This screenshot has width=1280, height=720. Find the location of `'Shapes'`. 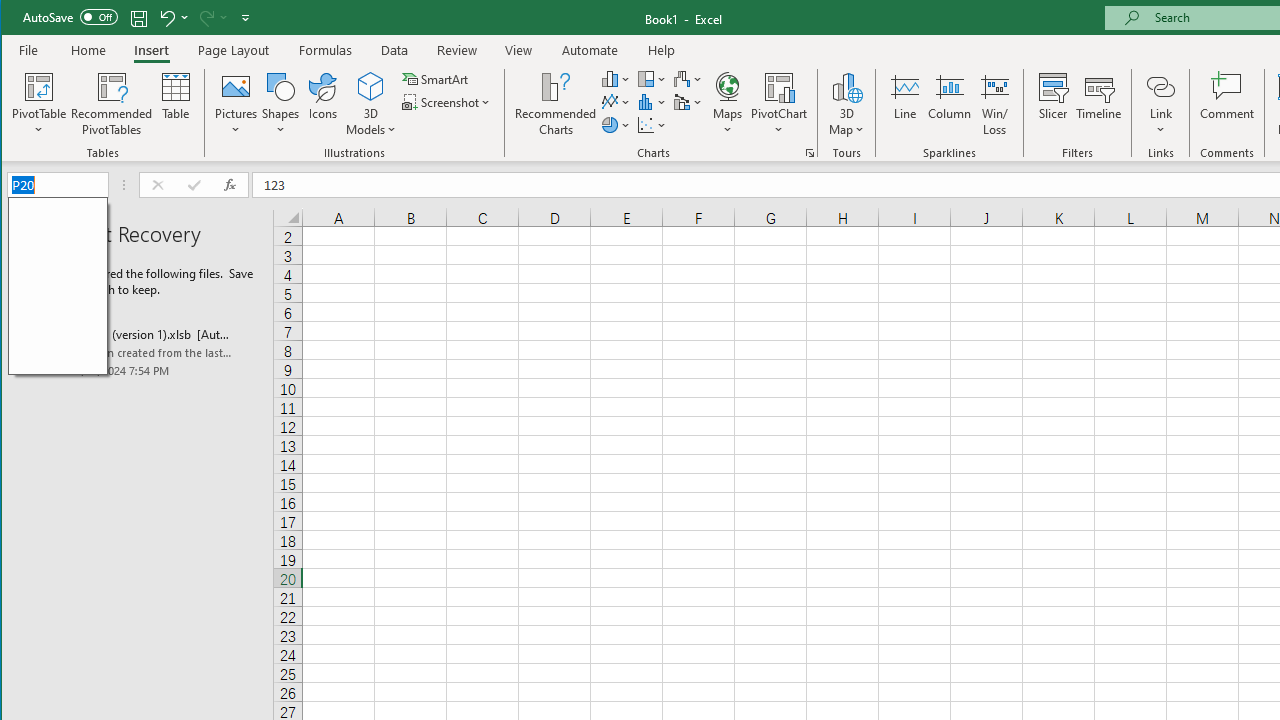

'Shapes' is located at coordinates (279, 104).